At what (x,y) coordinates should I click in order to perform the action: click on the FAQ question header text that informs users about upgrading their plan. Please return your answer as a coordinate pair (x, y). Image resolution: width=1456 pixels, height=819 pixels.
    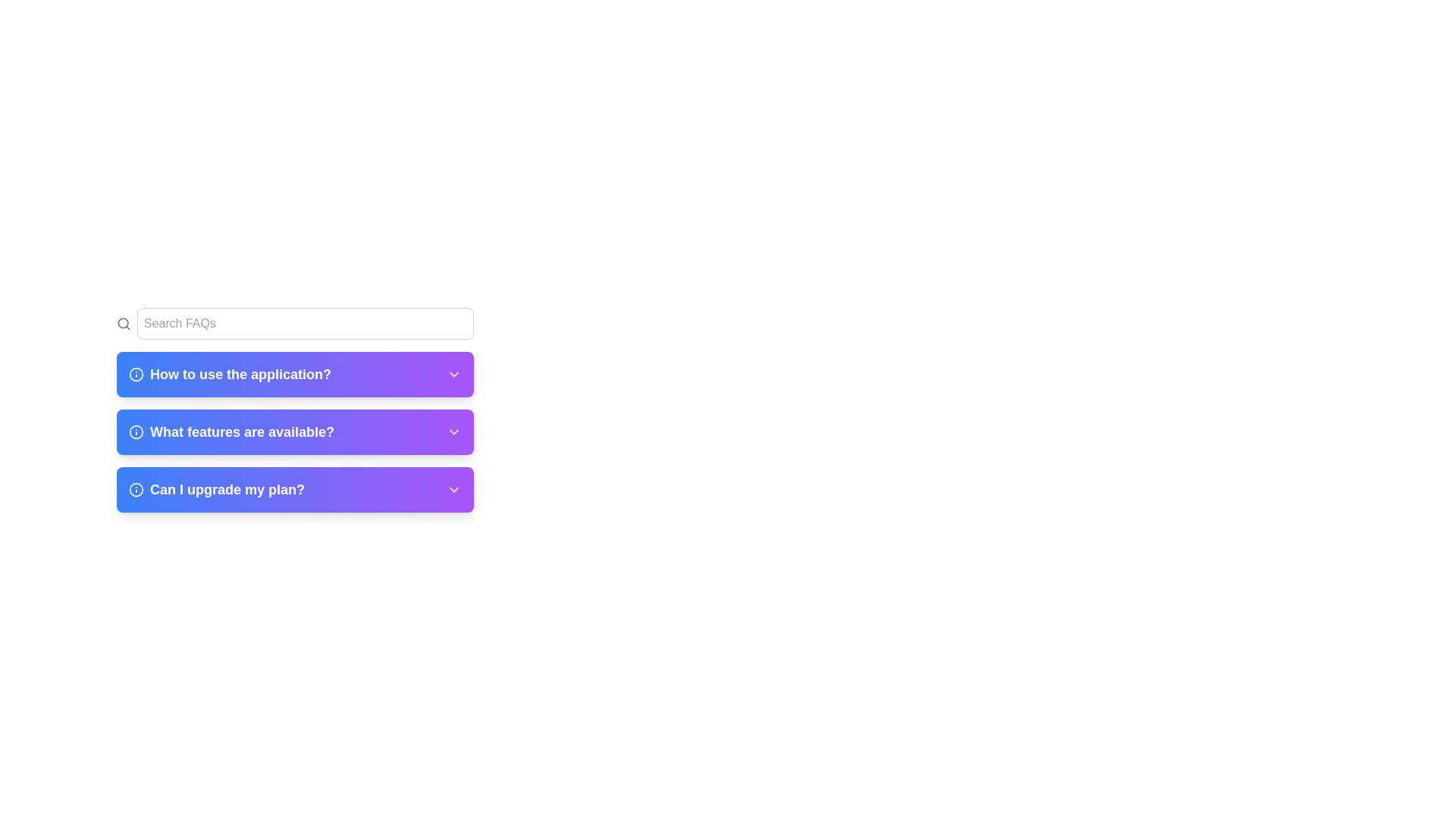
    Looking at the image, I should click on (216, 489).